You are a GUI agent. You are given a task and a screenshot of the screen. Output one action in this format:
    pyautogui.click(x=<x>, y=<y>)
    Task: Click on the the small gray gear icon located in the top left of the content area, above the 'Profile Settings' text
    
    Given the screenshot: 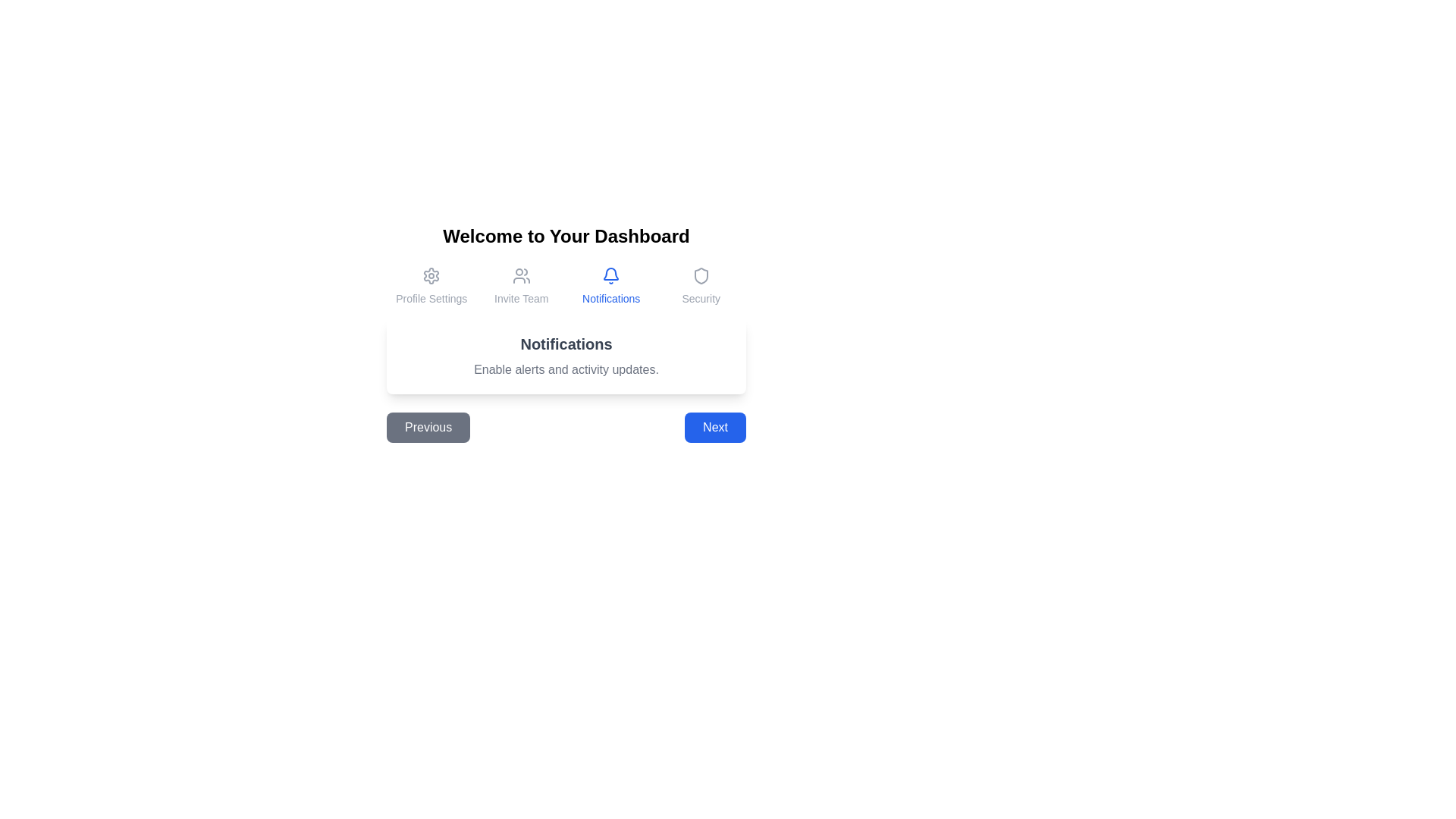 What is the action you would take?
    pyautogui.click(x=431, y=275)
    